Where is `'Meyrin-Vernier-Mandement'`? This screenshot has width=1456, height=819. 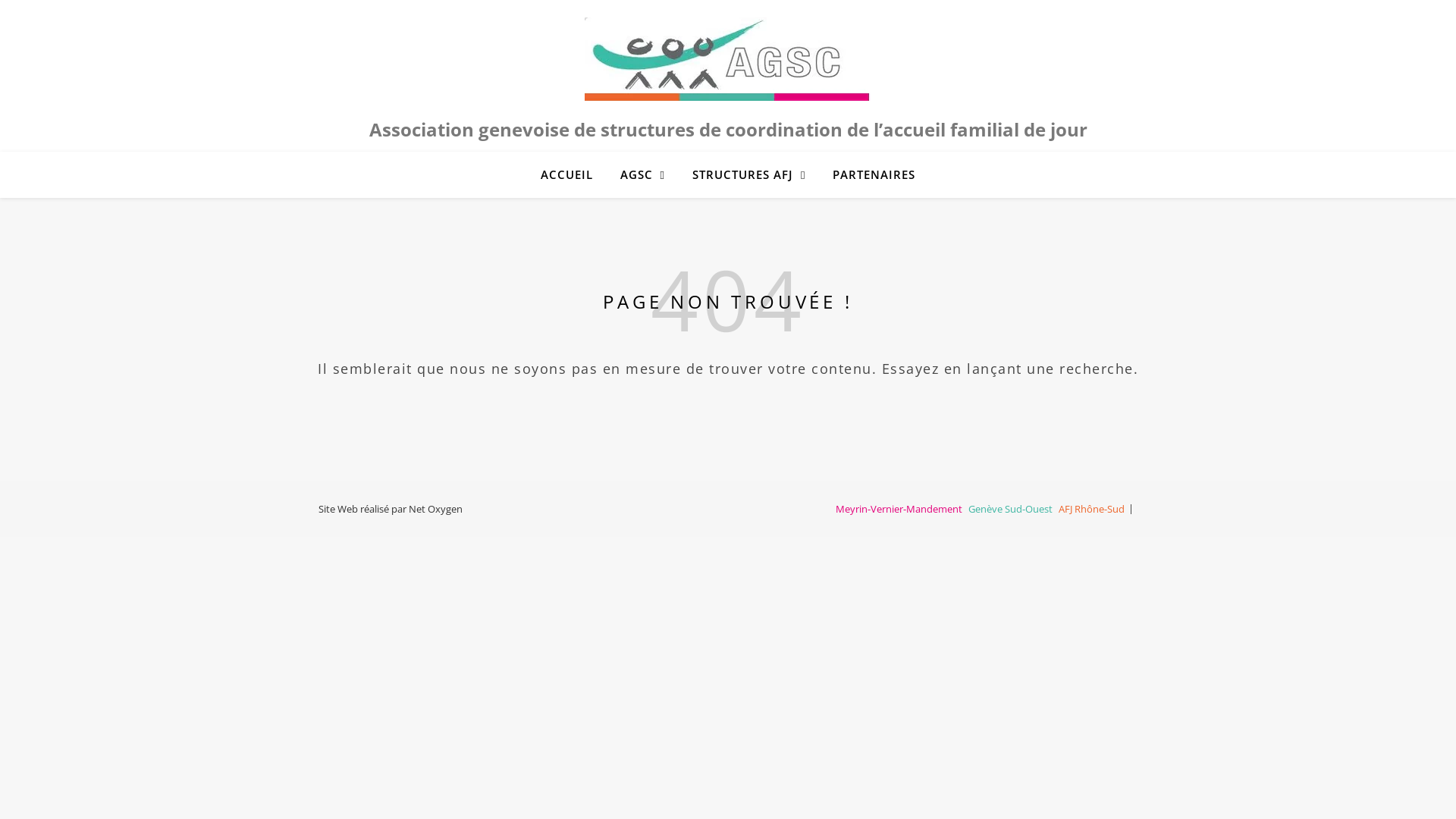
'Meyrin-Vernier-Mandement' is located at coordinates (899, 509).